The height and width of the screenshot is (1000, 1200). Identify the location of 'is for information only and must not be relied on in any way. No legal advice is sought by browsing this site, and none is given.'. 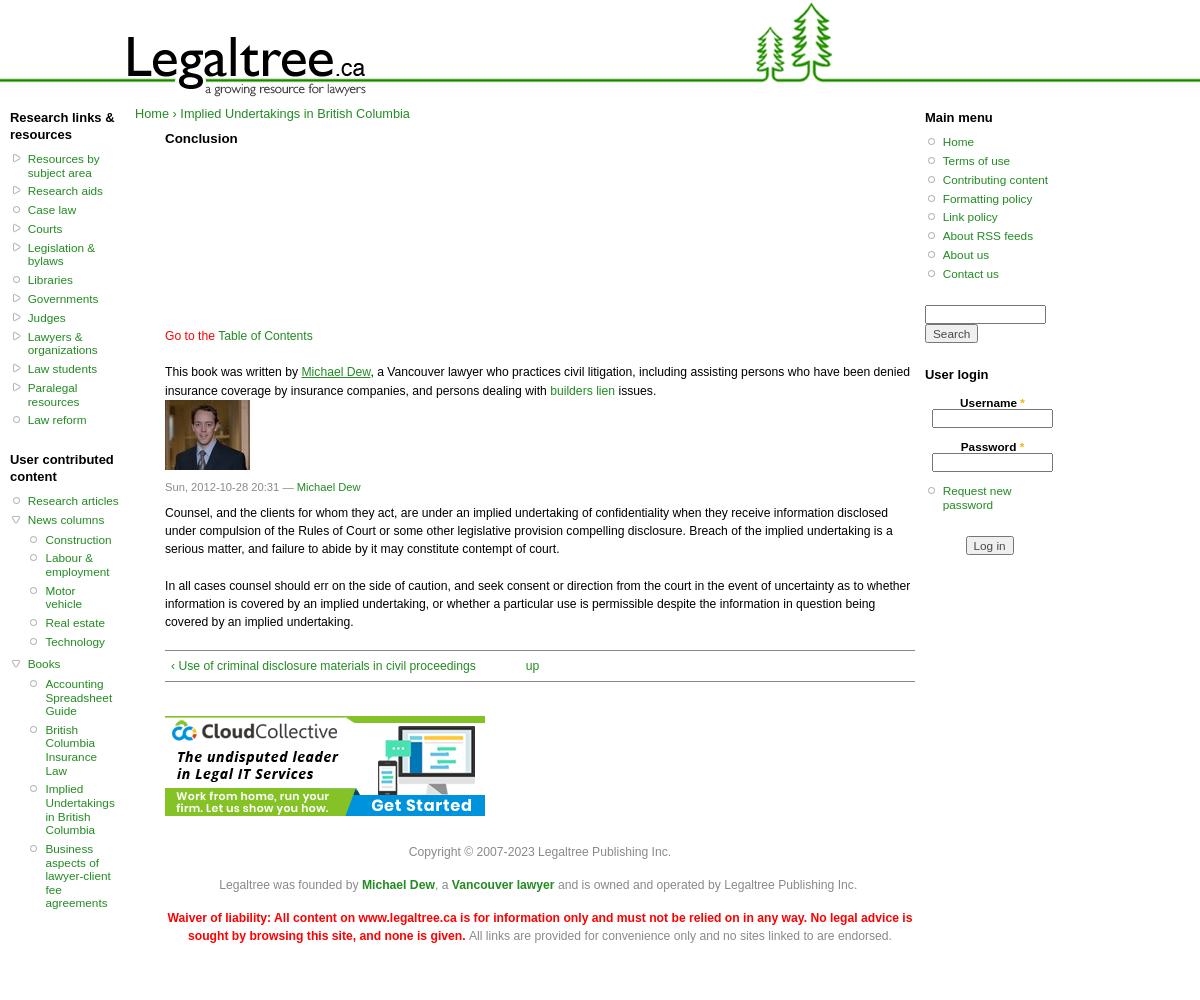
(548, 926).